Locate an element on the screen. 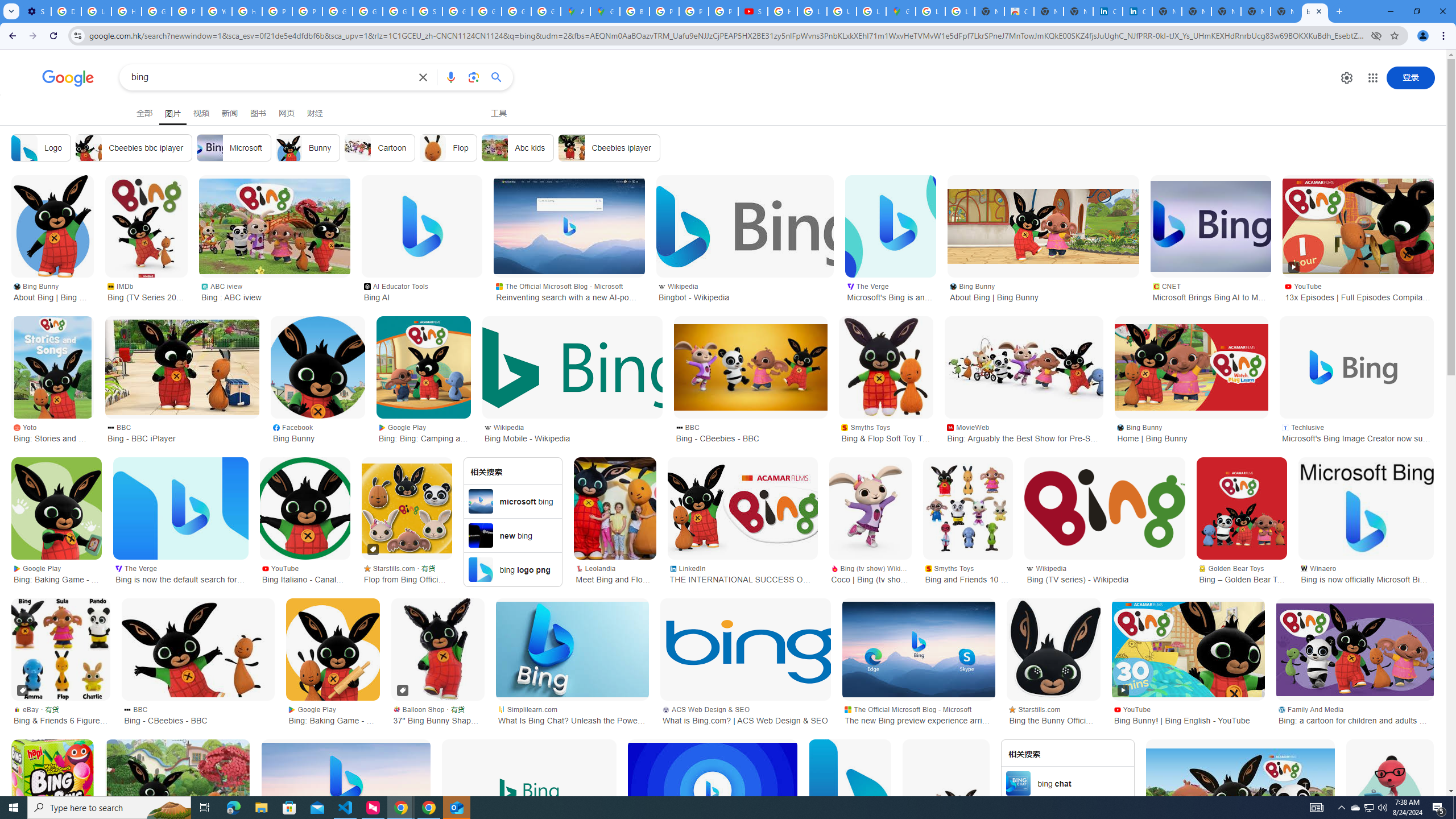  'Sign in - Google Accounts' is located at coordinates (427, 11).